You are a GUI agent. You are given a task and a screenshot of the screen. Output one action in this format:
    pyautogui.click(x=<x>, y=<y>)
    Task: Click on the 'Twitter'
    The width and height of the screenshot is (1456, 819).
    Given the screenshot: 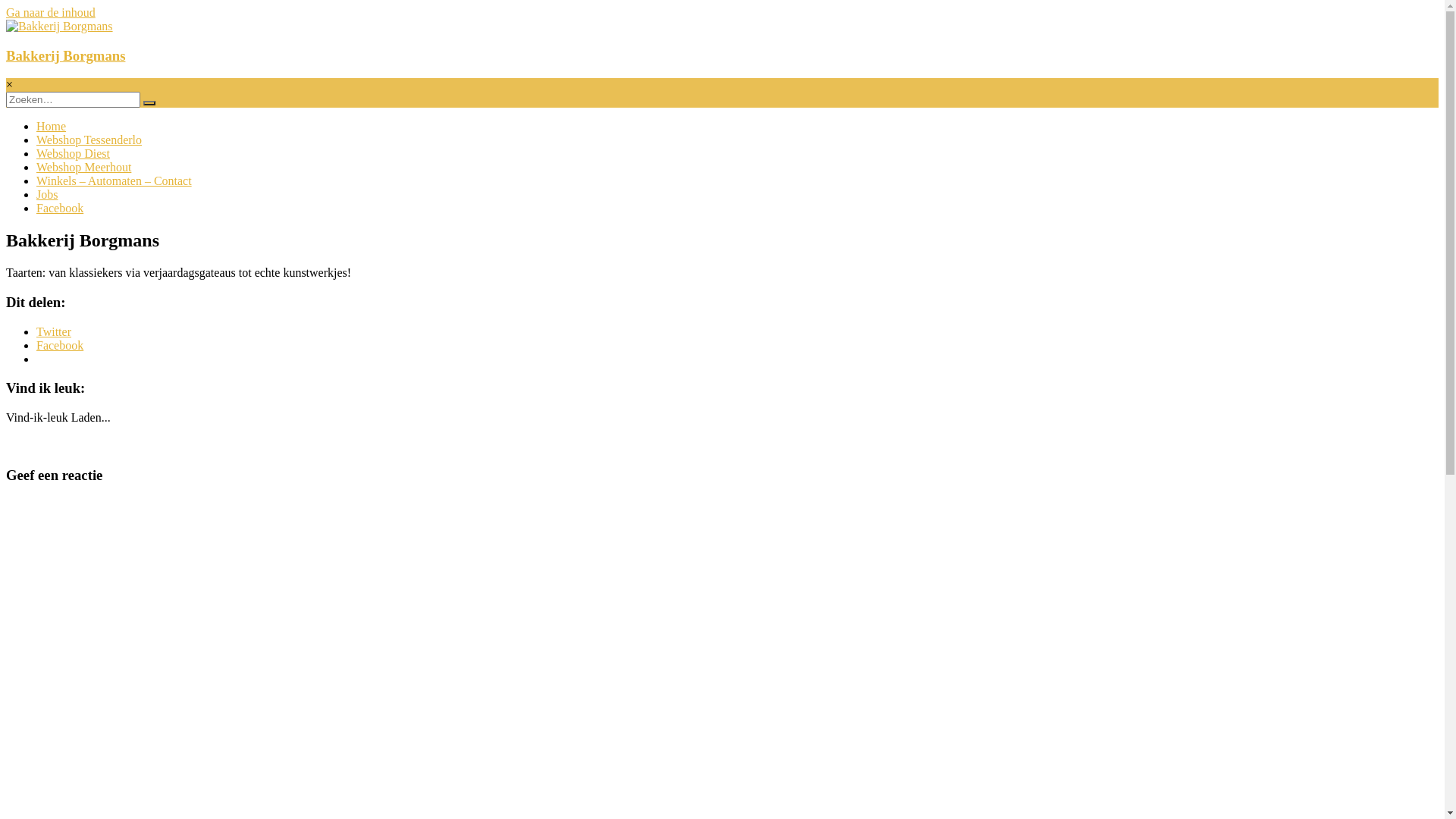 What is the action you would take?
    pyautogui.click(x=36, y=331)
    